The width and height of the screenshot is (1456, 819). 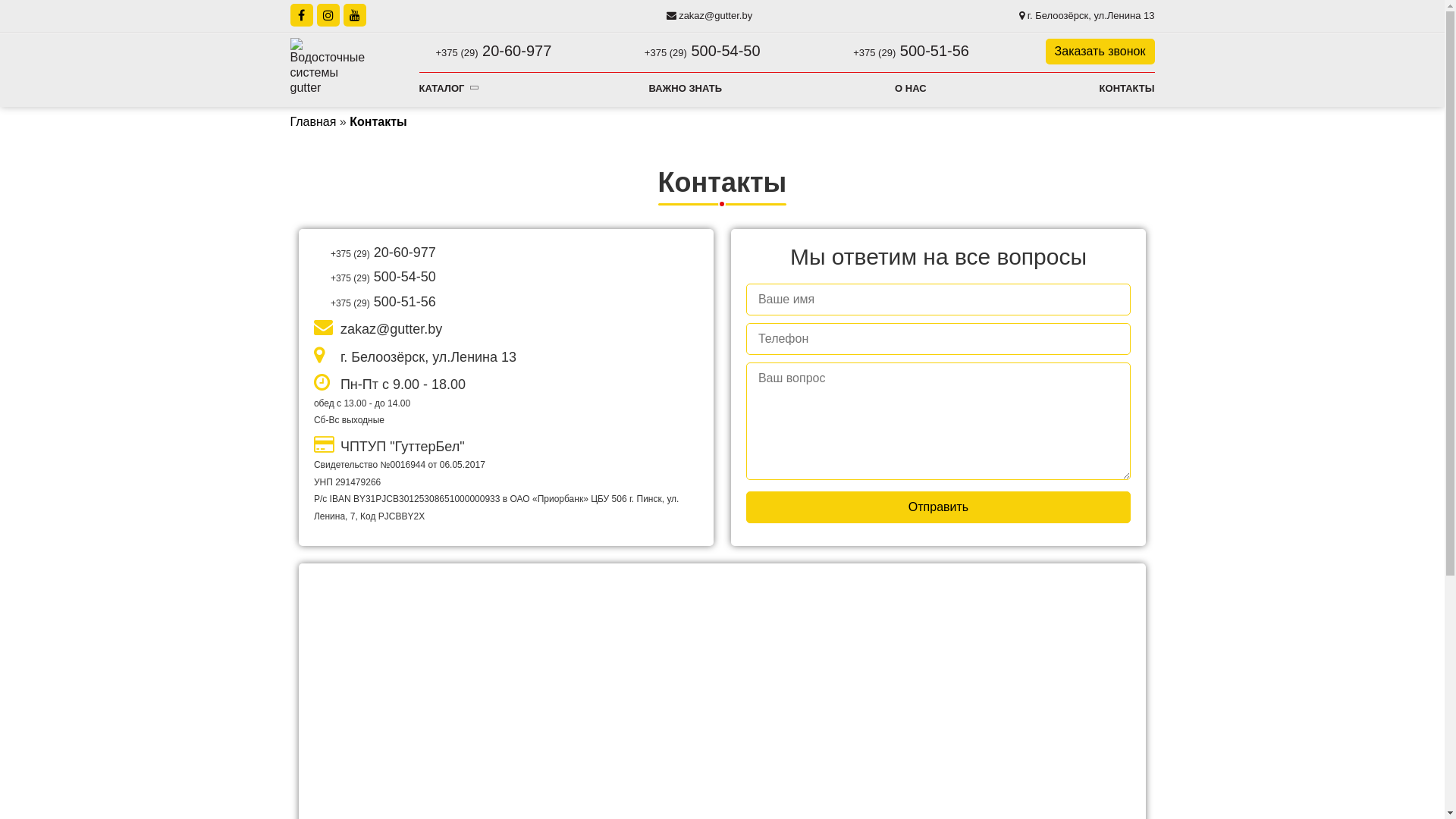 What do you see at coordinates (484, 50) in the screenshot?
I see `'+375 (29) 20-60-977'` at bounding box center [484, 50].